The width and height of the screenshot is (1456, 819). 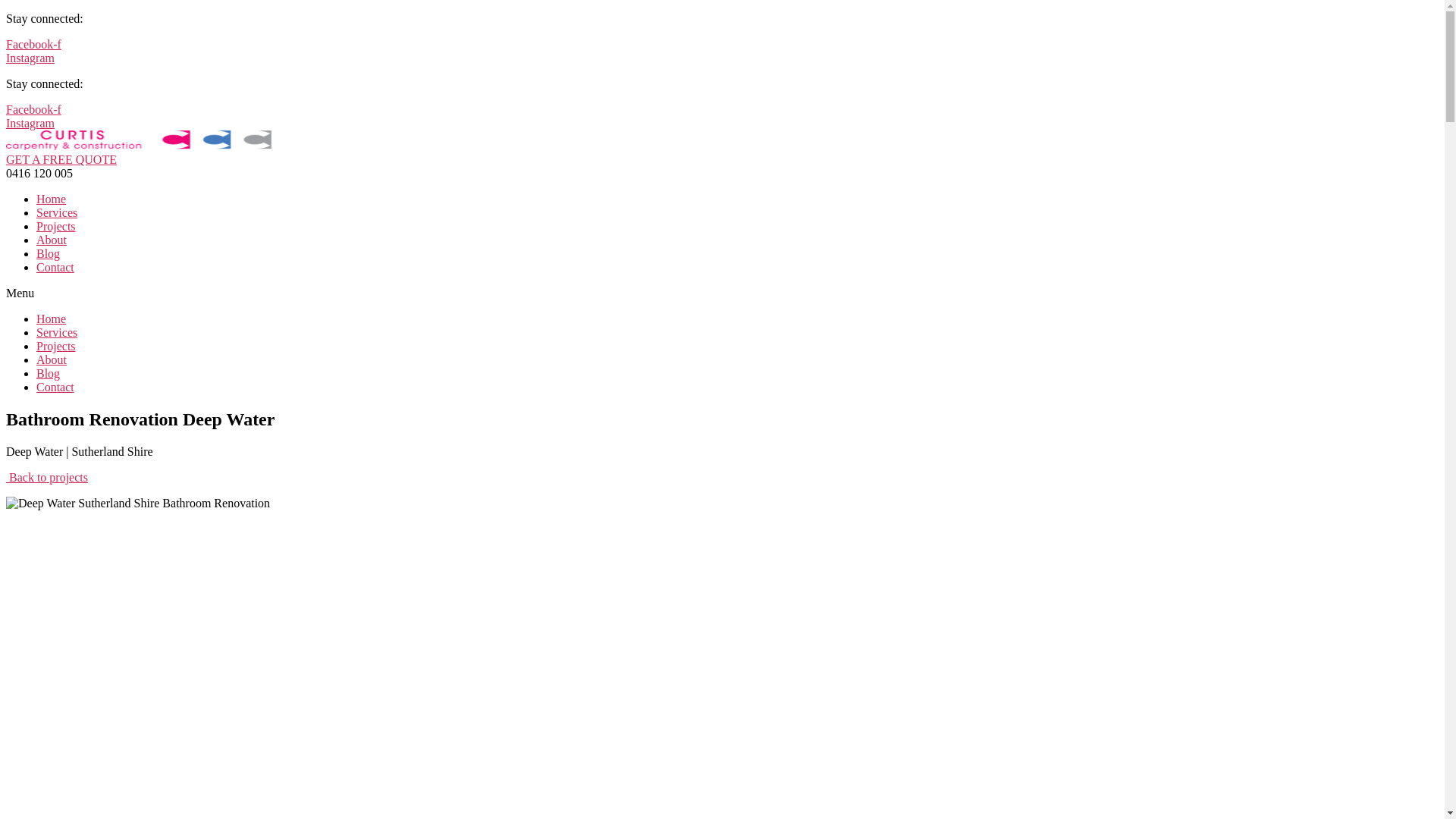 I want to click on 'Contact', so click(x=55, y=266).